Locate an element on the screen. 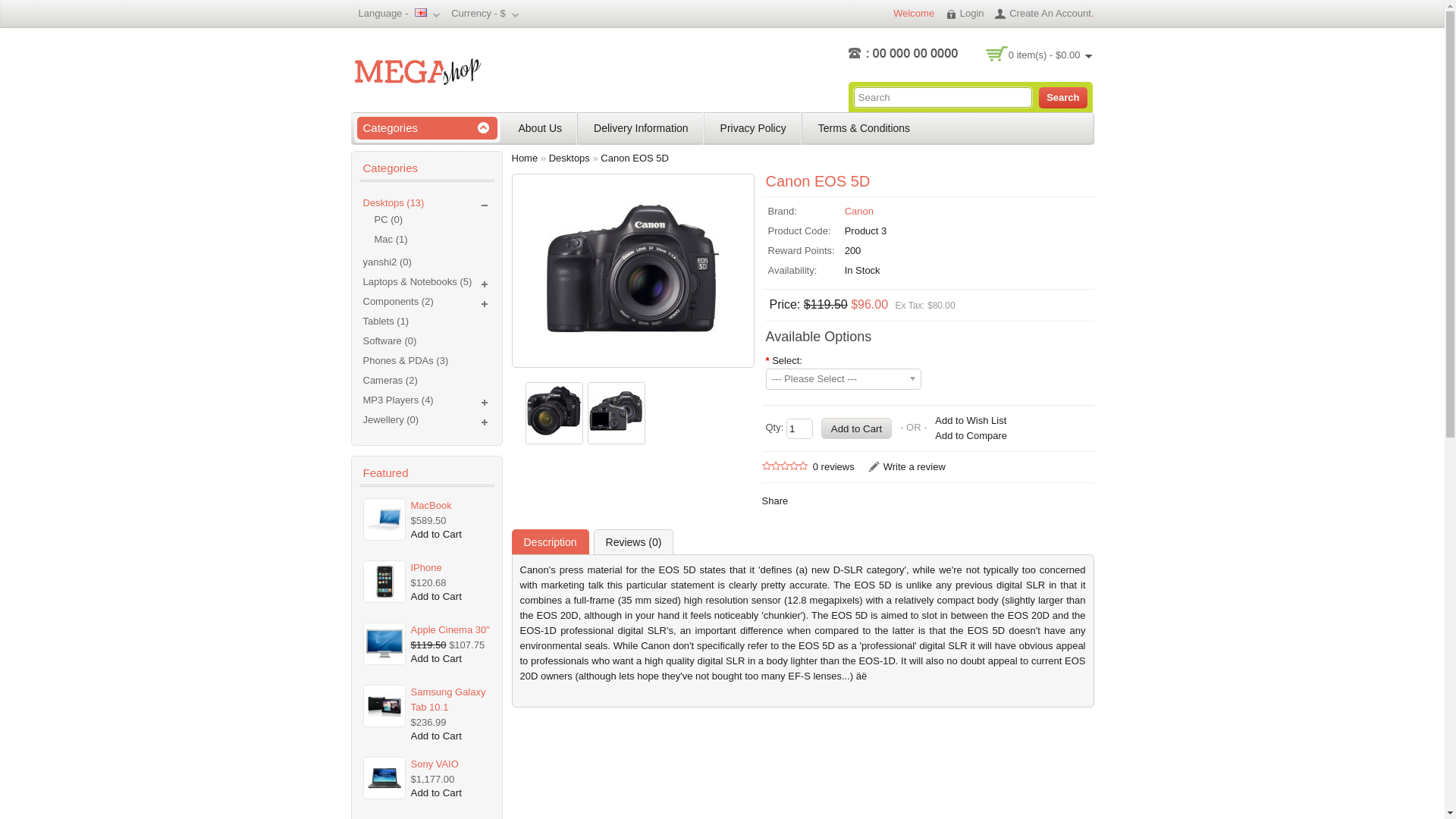 This screenshot has height=819, width=1456. 'Phones & PDAs (3)' is located at coordinates (405, 360).